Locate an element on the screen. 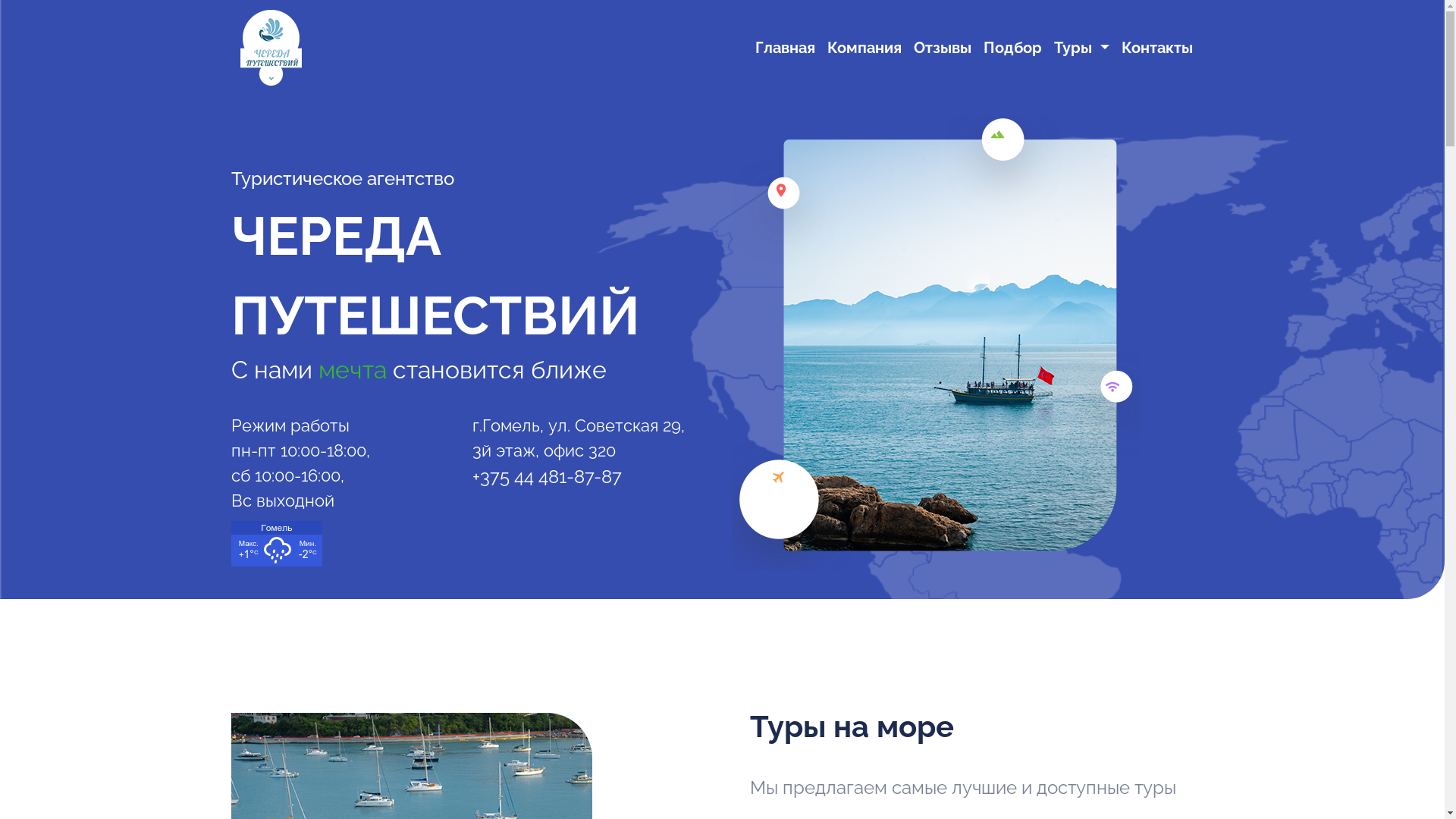  '+375 44 481-87-87' is located at coordinates (546, 475).